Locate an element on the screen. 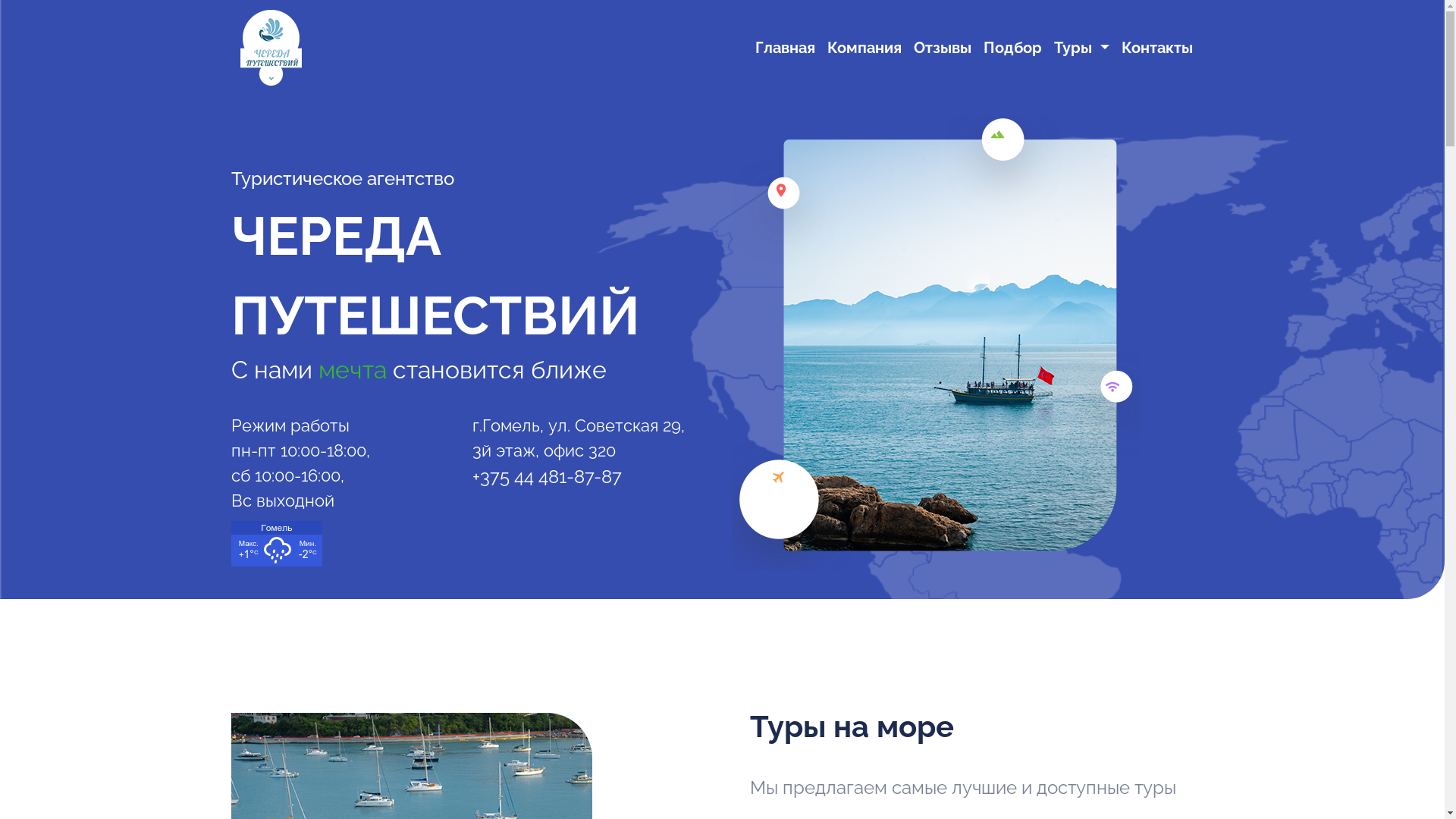  '+375 44 481-87-87' is located at coordinates (546, 475).